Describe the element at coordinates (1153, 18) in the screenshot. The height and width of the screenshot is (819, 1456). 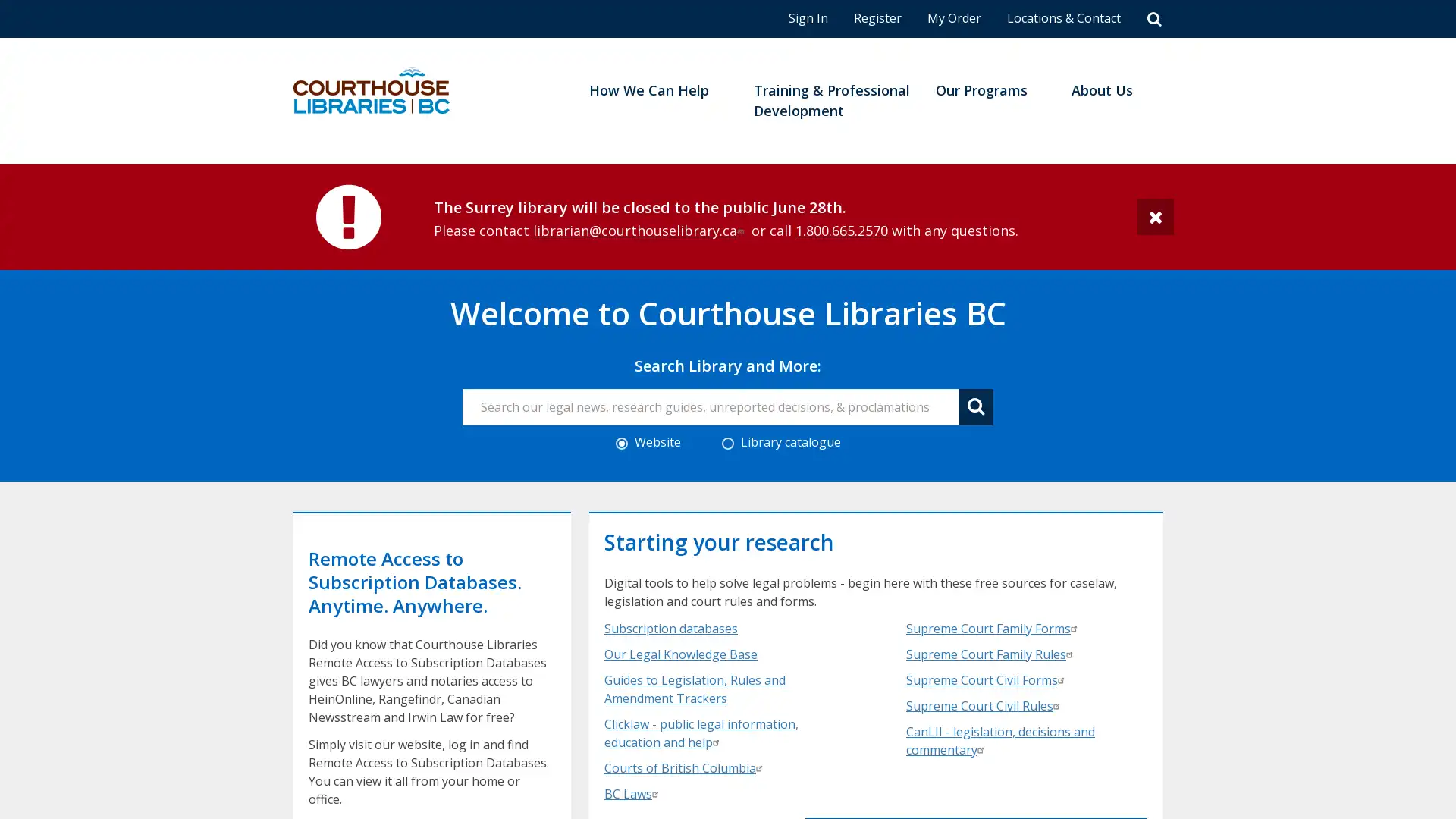
I see `Search` at that location.